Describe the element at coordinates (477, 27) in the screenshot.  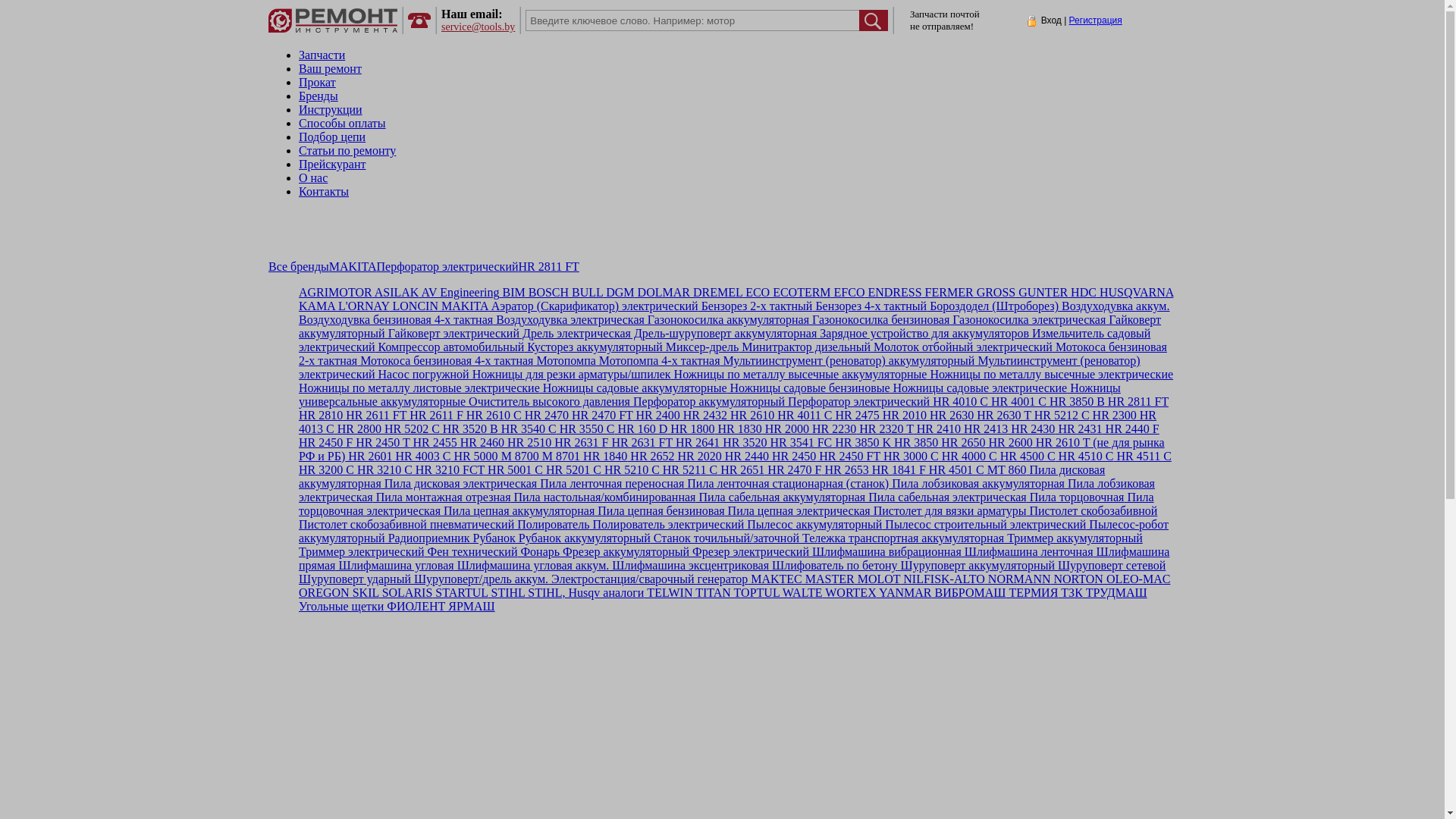
I see `'service@tools.by'` at that location.